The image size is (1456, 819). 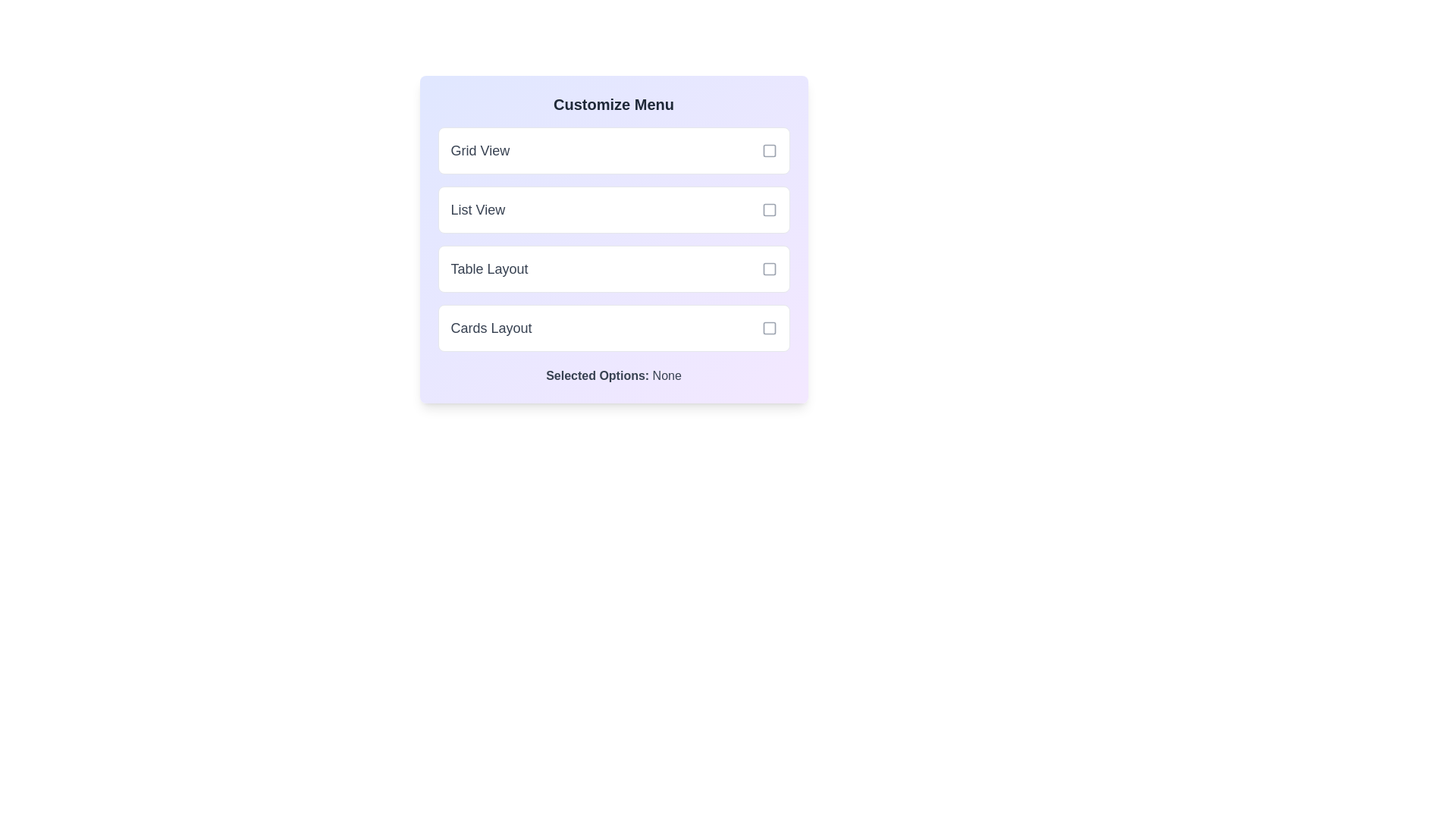 I want to click on the checkbox, so click(x=769, y=268).